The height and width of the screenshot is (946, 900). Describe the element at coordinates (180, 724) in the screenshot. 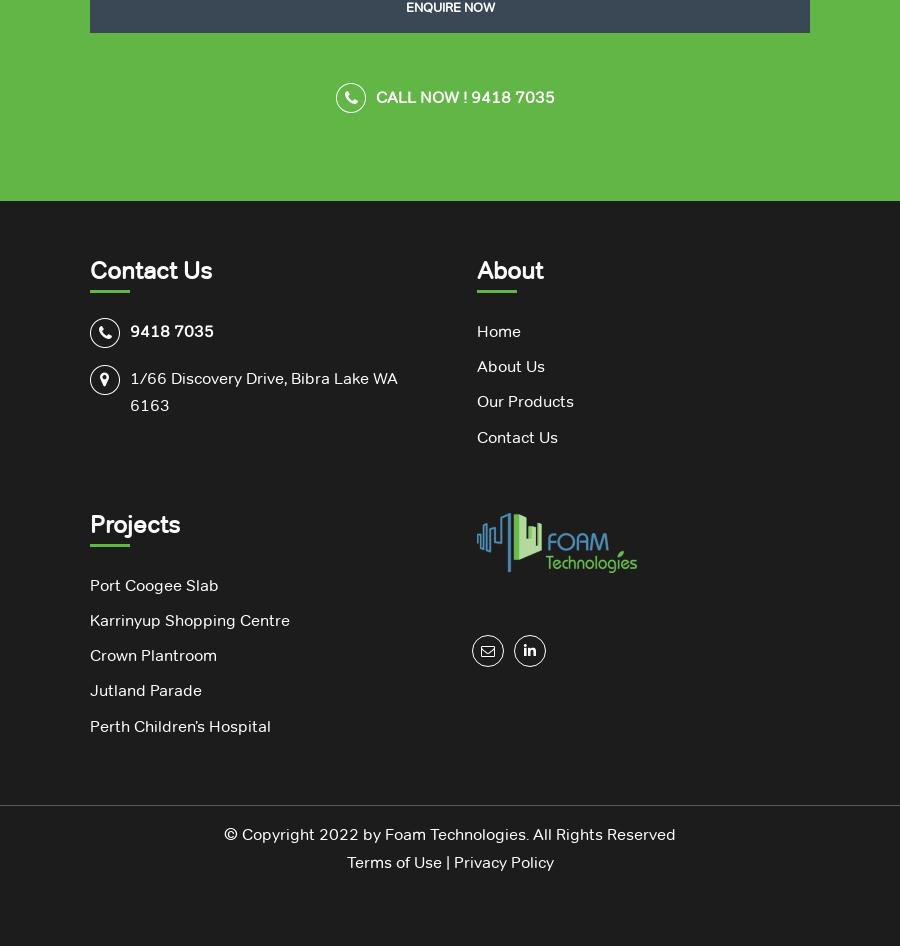

I see `'Perth Children’s Hospital'` at that location.